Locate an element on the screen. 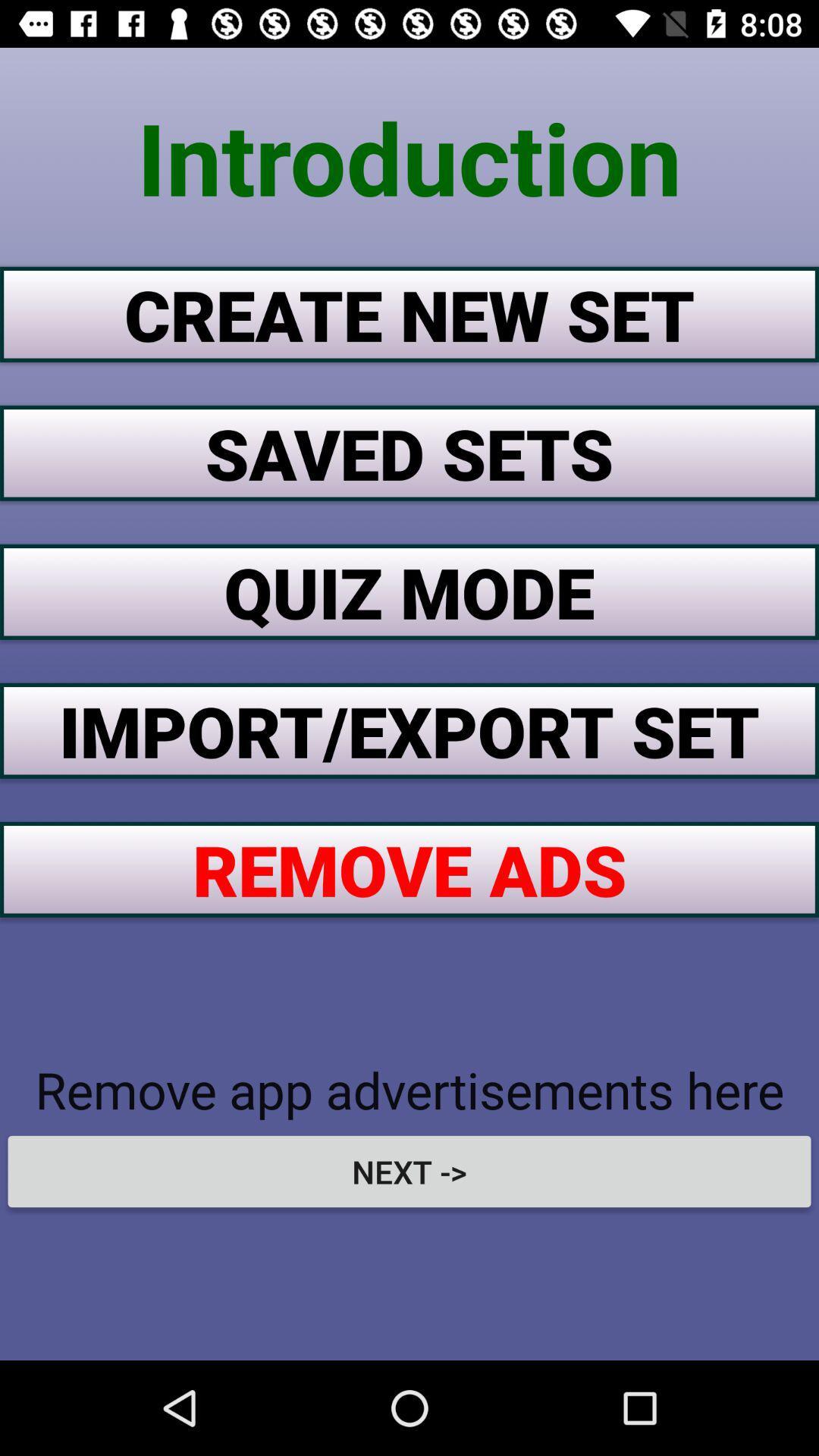 This screenshot has width=819, height=1456. the saved sets item is located at coordinates (409, 452).